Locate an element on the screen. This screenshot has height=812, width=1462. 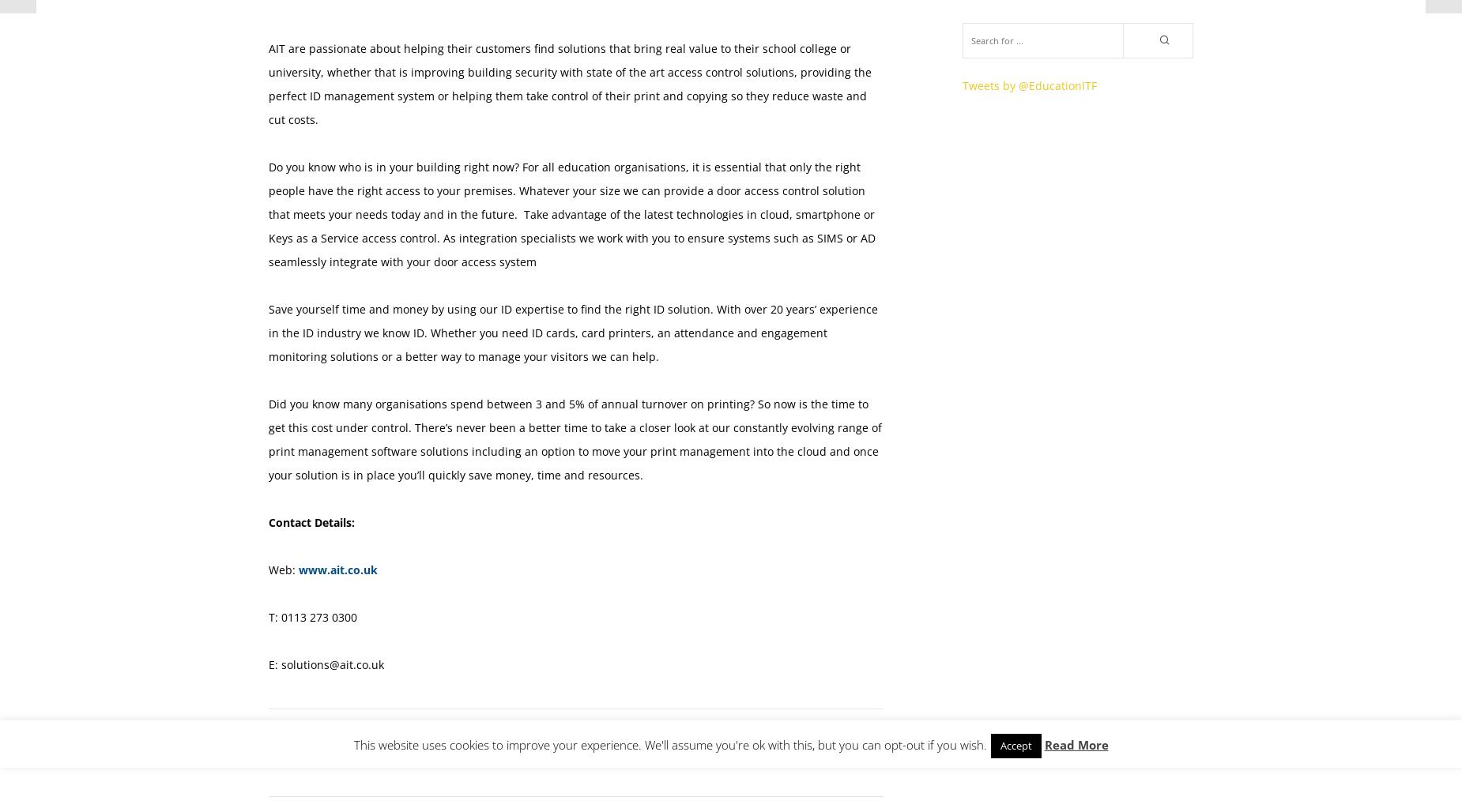
'E: solutions@ait.co.uk' is located at coordinates (325, 664).